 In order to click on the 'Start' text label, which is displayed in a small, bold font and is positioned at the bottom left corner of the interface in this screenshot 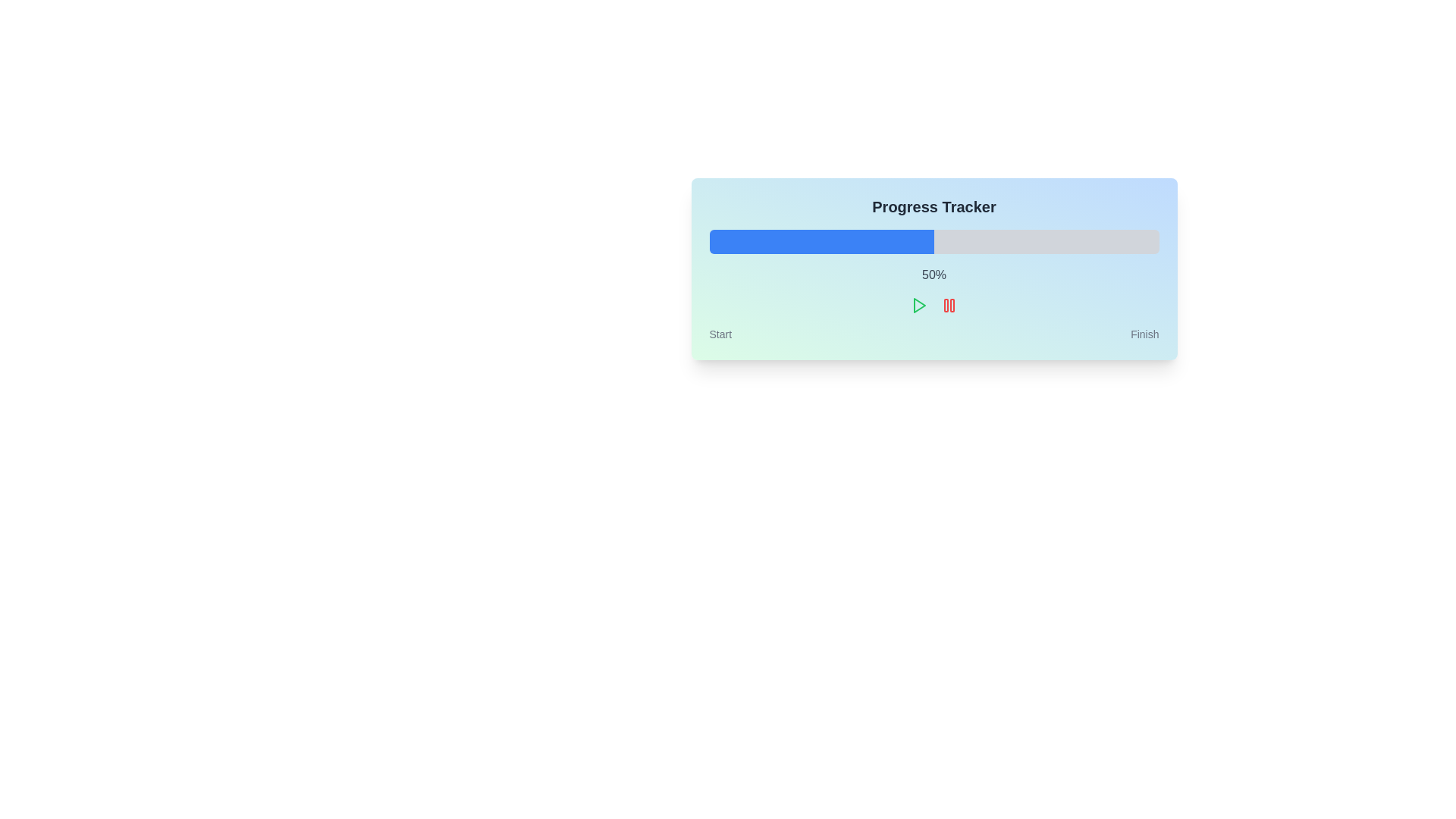, I will do `click(720, 333)`.